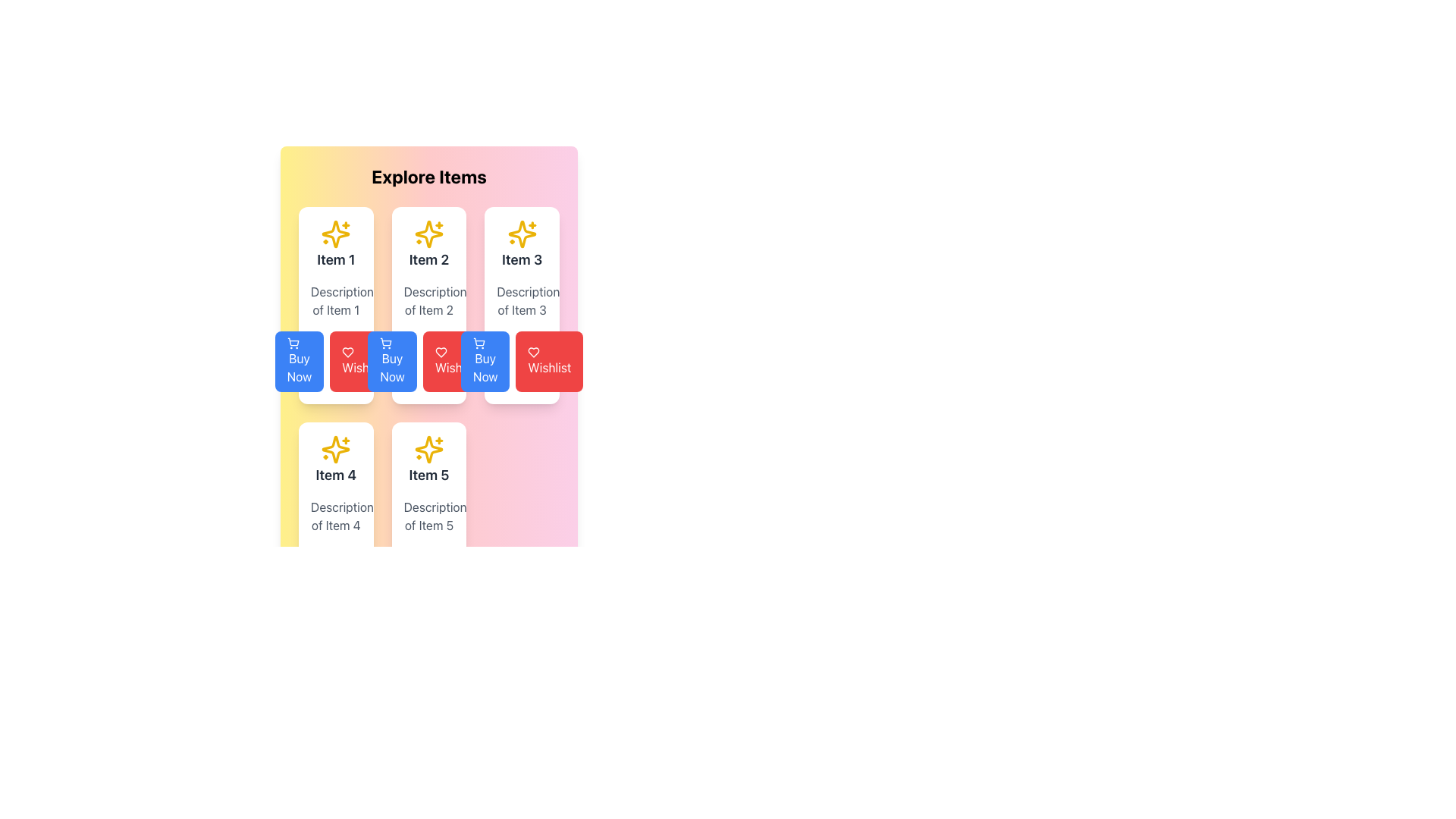  What do you see at coordinates (440, 353) in the screenshot?
I see `the heart icon with a red fill and white border located inside the 'Wishlist' button to interact` at bounding box center [440, 353].